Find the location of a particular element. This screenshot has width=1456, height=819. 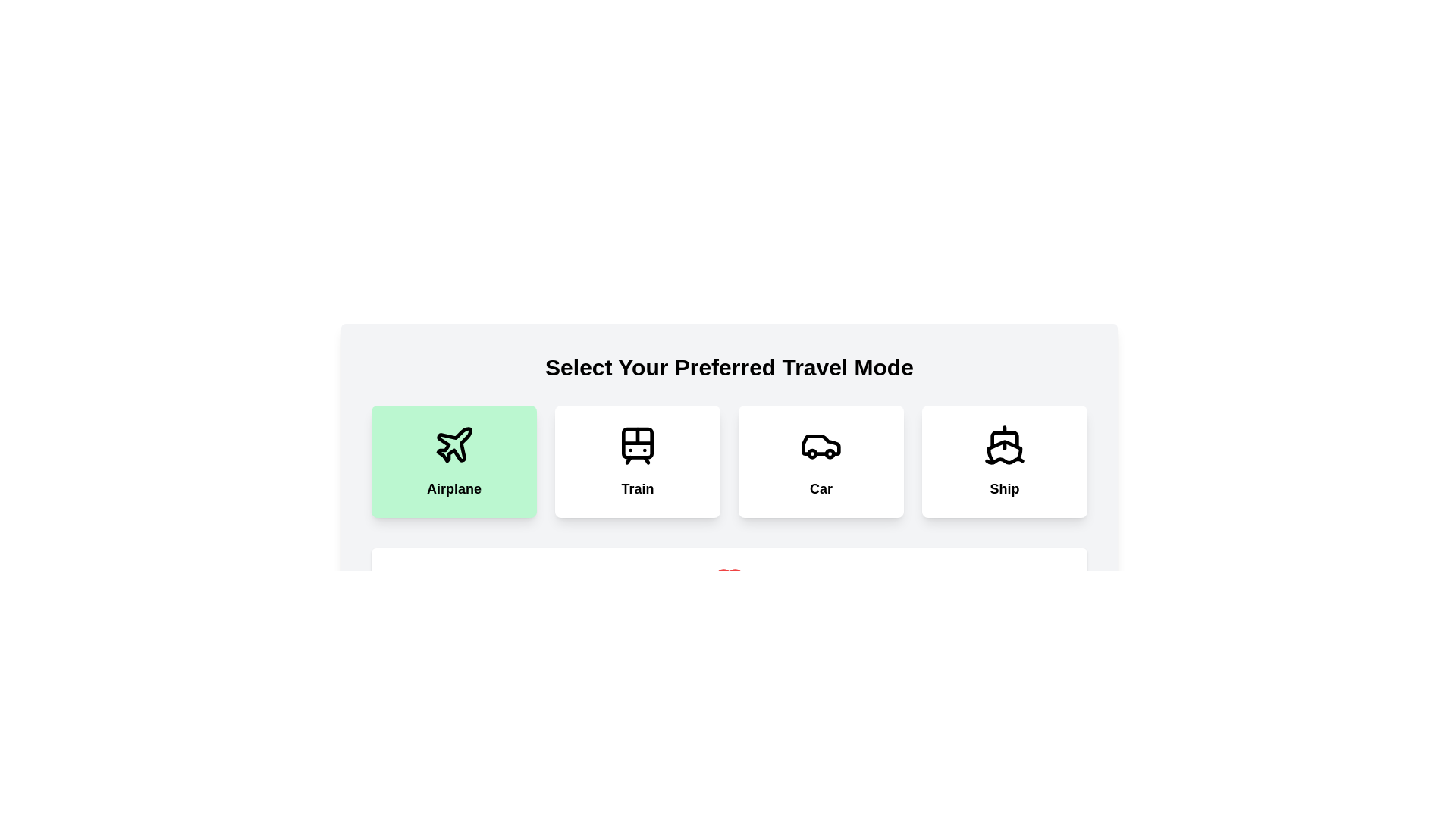

the text label displaying 'Airplane', which is bold and prominently aligned below an airplane icon is located at coordinates (453, 488).